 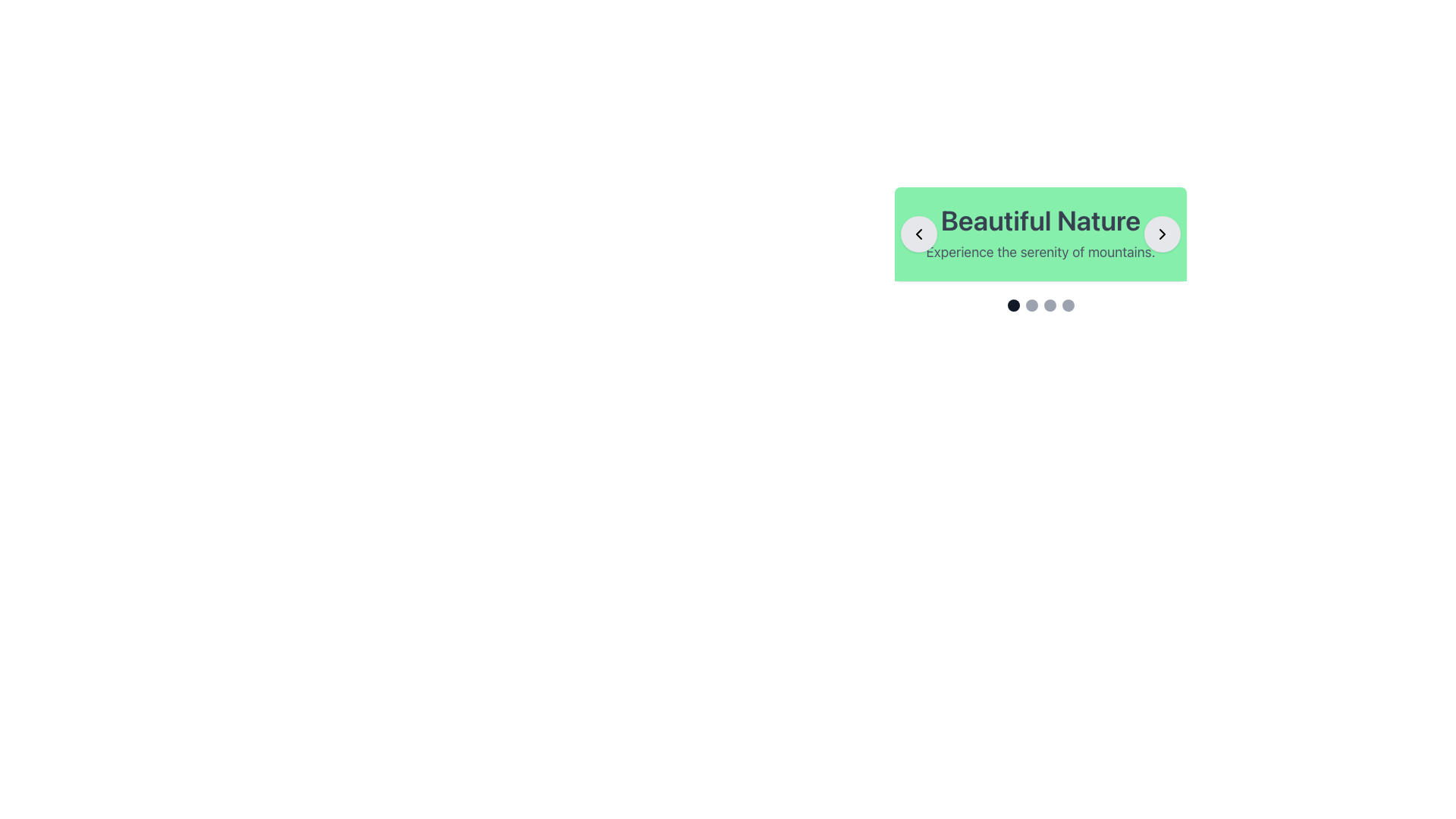 I want to click on the small rightward-facing chevron icon located in the top-right corner of the card-like interface, so click(x=1161, y=234).